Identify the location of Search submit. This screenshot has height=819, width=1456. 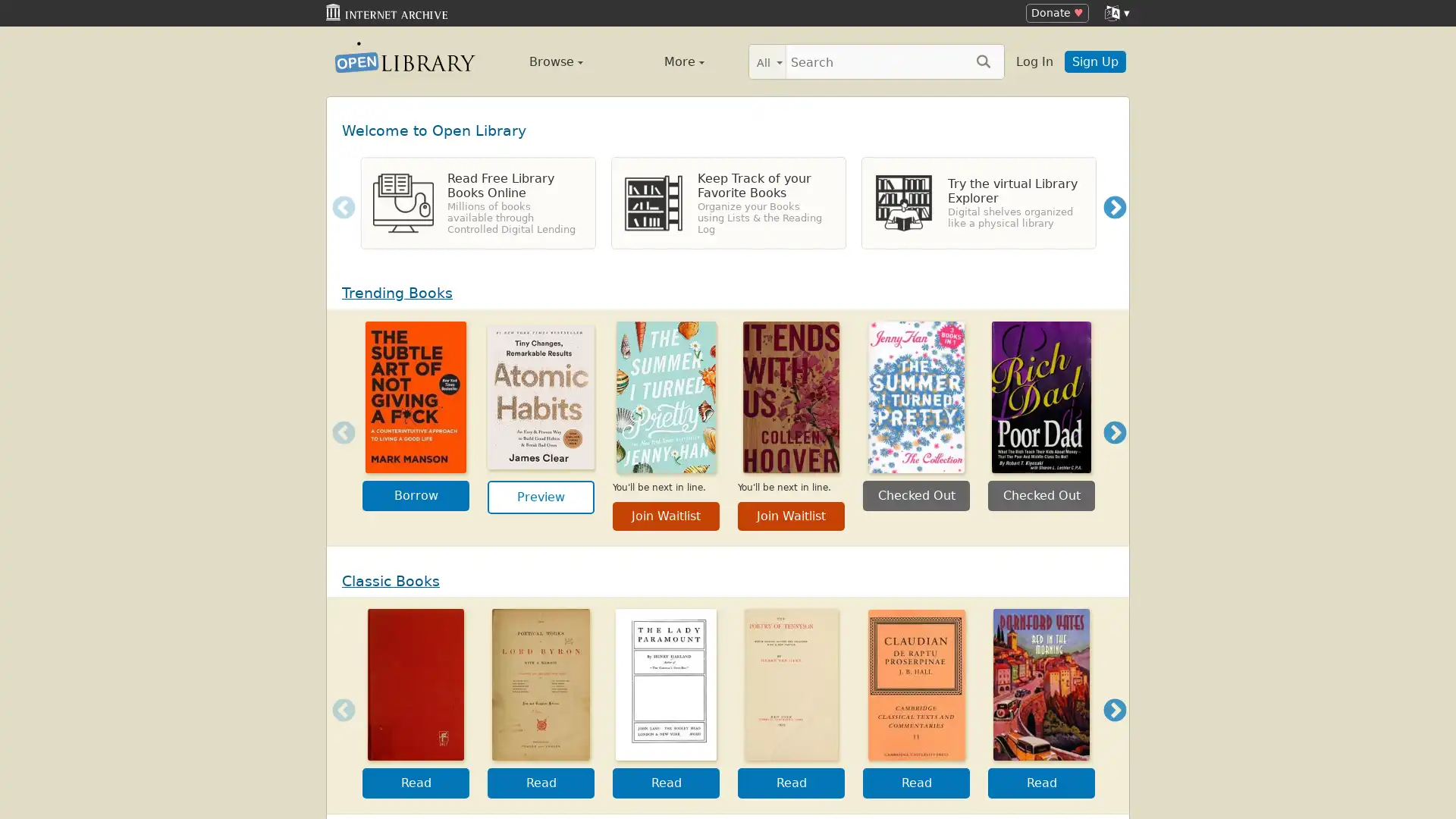
(983, 60).